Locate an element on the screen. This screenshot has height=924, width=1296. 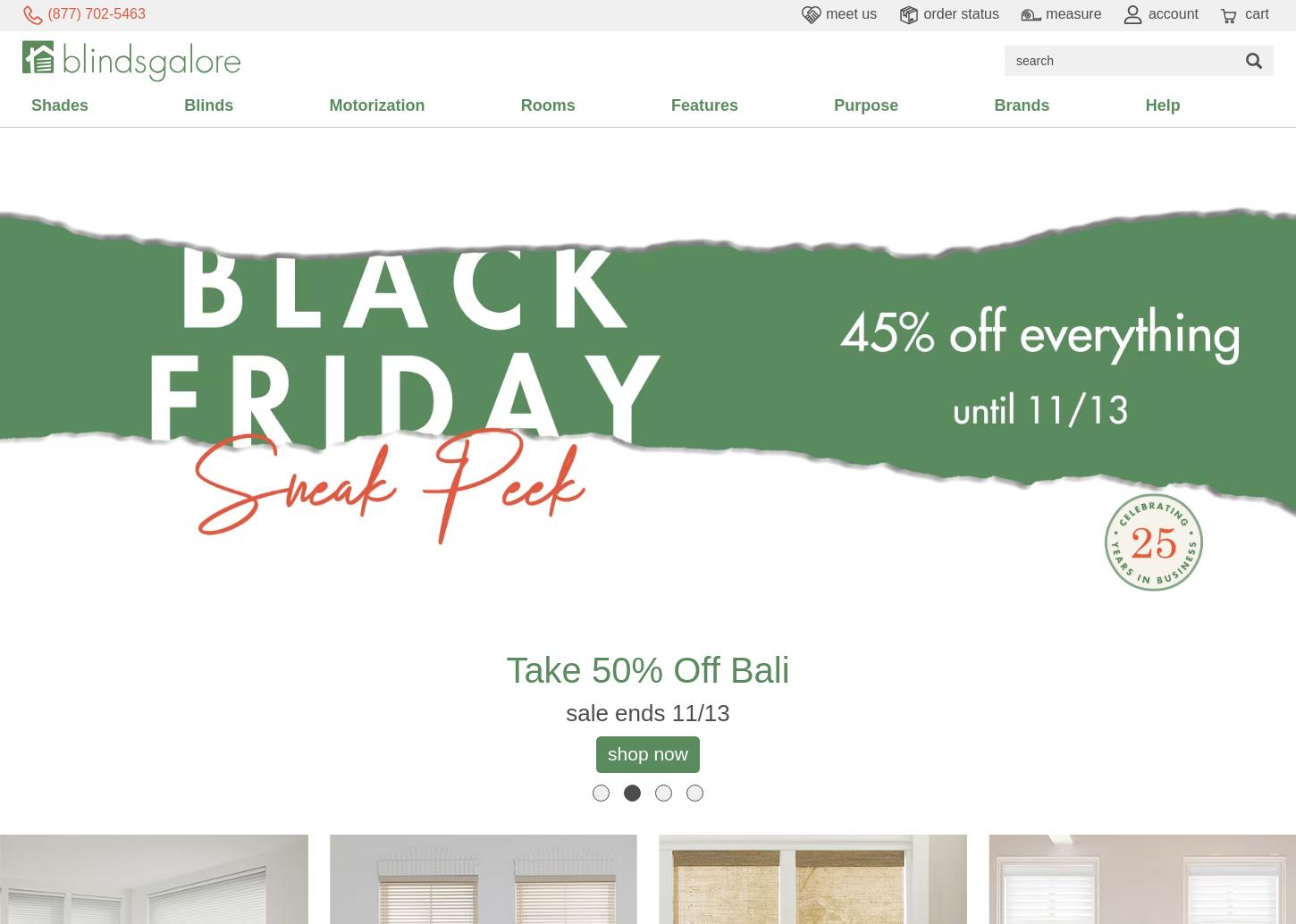
'account' is located at coordinates (1170, 13).